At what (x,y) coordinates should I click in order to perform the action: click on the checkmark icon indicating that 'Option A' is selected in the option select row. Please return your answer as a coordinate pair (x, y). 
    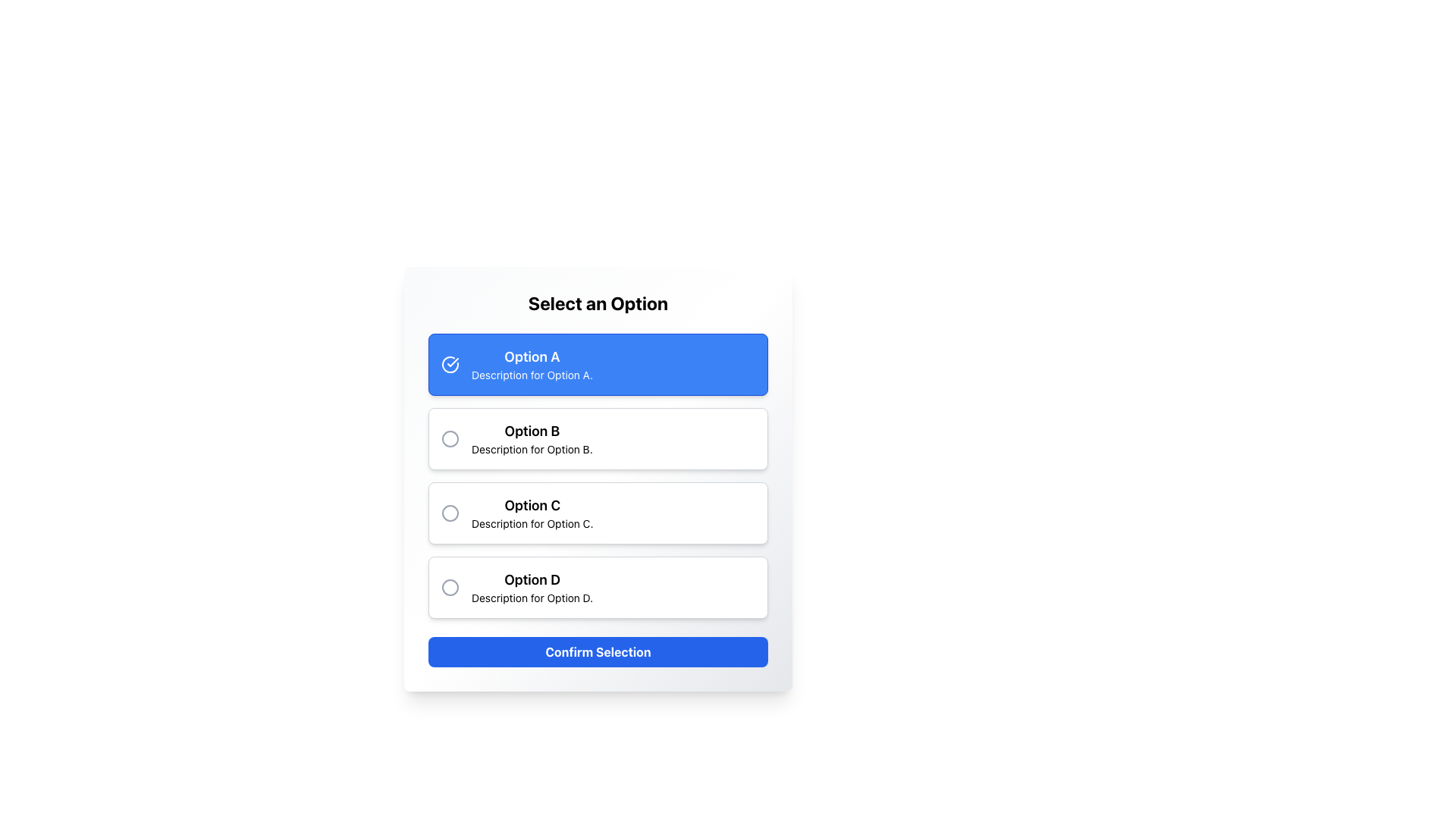
    Looking at the image, I should click on (450, 365).